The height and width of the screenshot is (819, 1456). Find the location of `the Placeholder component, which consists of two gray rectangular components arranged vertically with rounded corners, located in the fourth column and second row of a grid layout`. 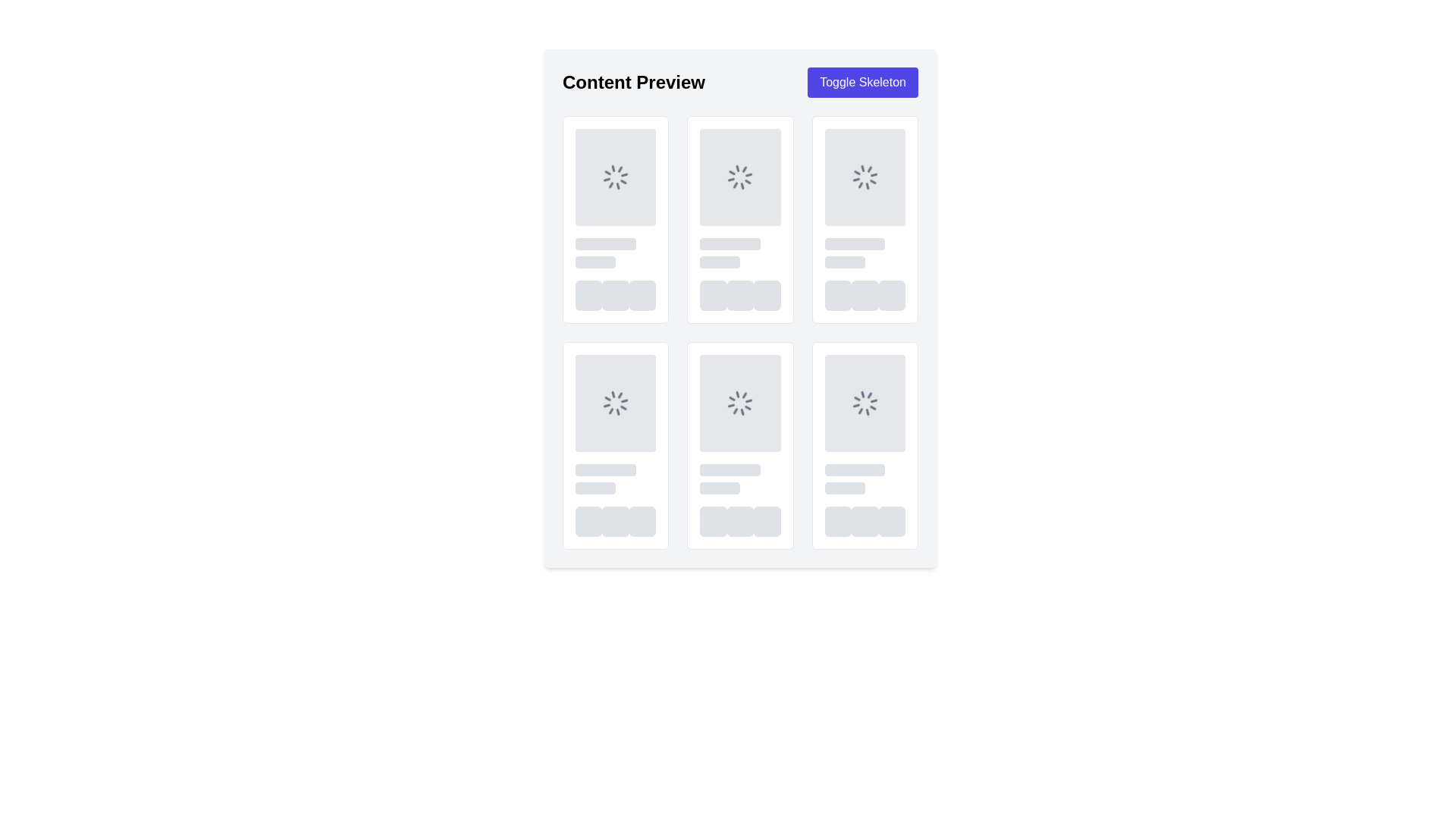

the Placeholder component, which consists of two gray rectangular components arranged vertically with rounded corners, located in the fourth column and second row of a grid layout is located at coordinates (864, 253).